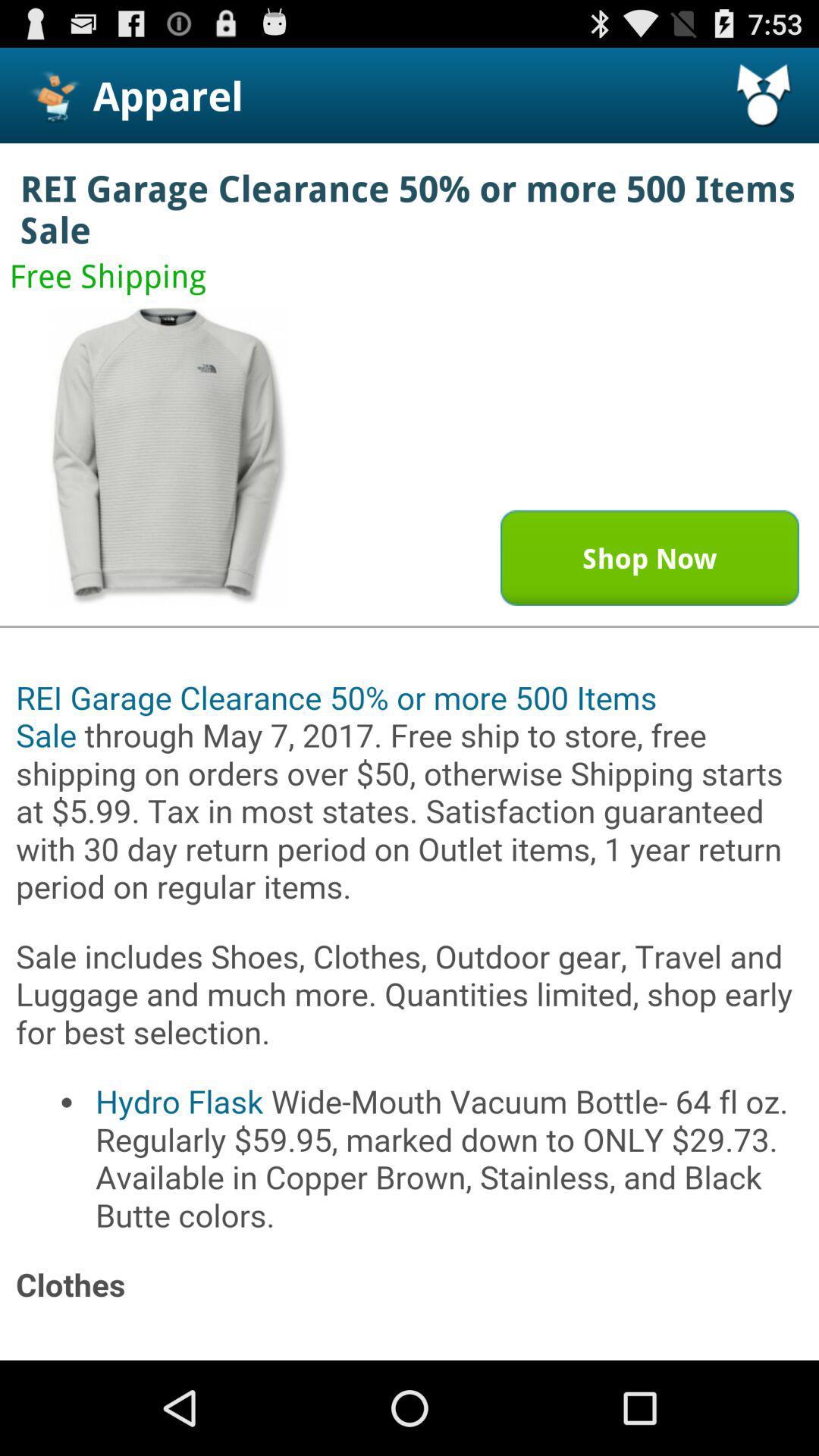 This screenshot has height=1456, width=819. What do you see at coordinates (169, 455) in the screenshot?
I see `open image in a bigger window` at bounding box center [169, 455].